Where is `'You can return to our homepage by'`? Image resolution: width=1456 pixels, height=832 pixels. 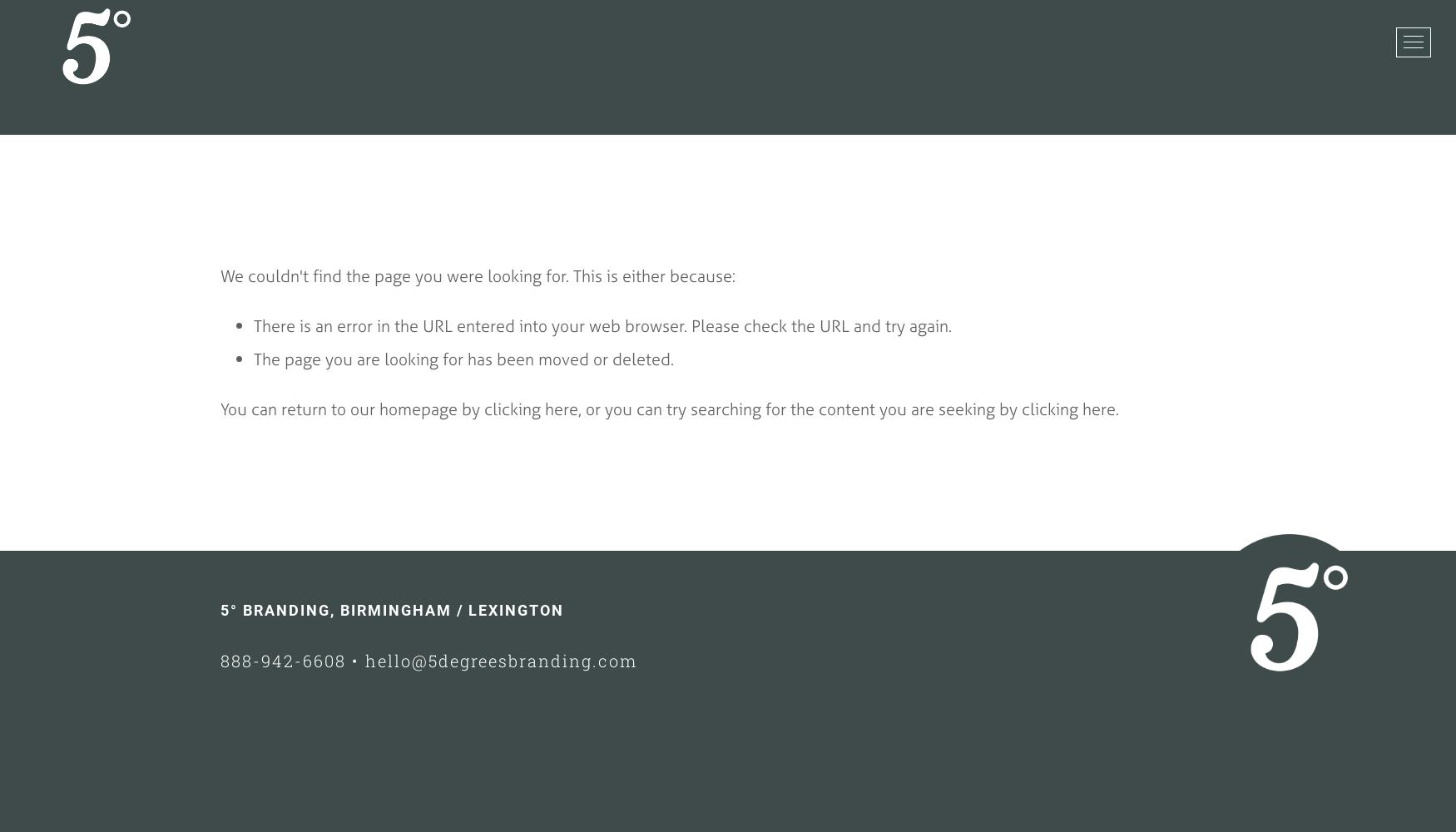
'You can return to our homepage by' is located at coordinates (351, 408).